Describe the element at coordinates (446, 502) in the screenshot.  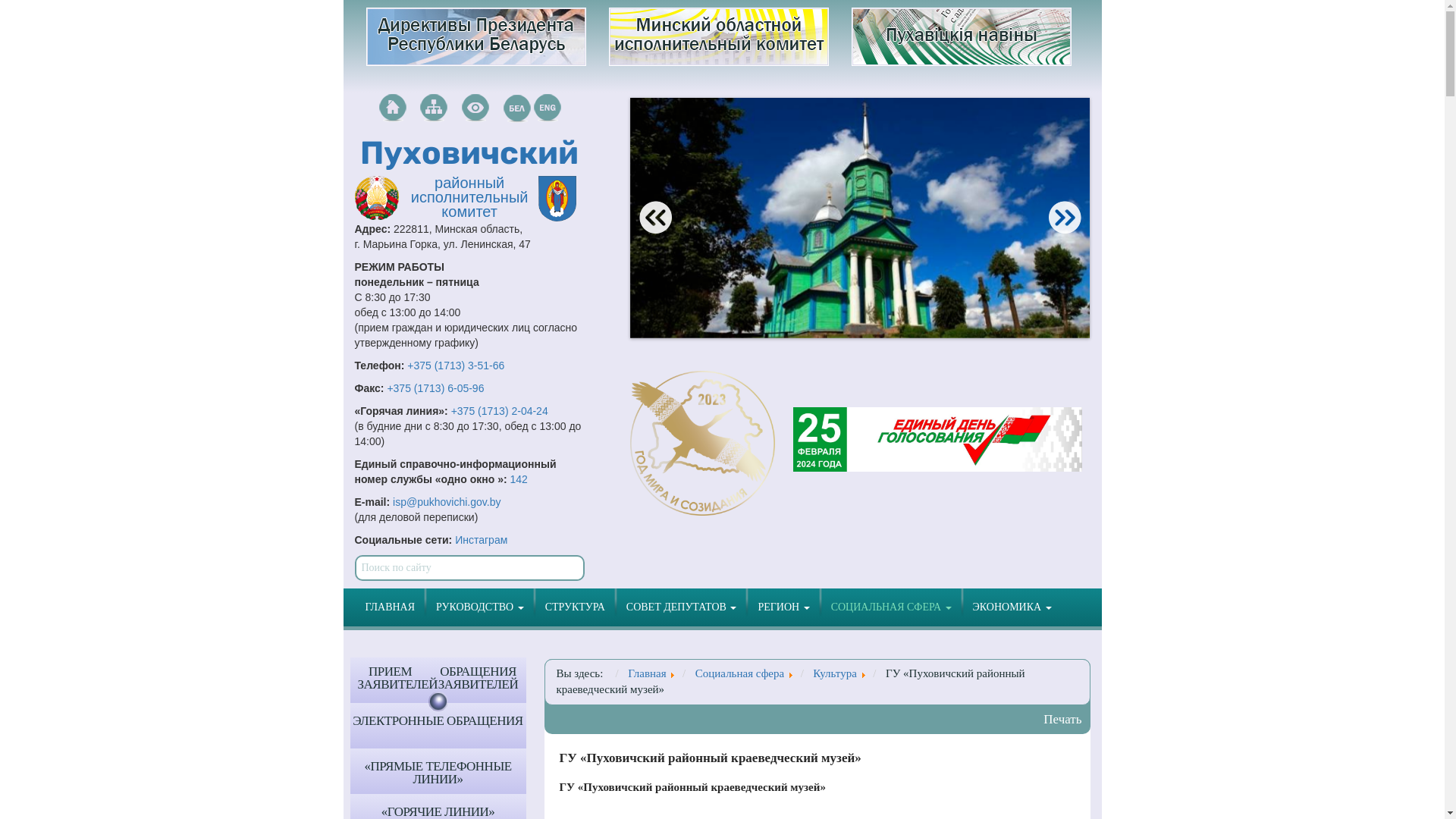
I see `'isp@pukhovichi.gov.by'` at that location.